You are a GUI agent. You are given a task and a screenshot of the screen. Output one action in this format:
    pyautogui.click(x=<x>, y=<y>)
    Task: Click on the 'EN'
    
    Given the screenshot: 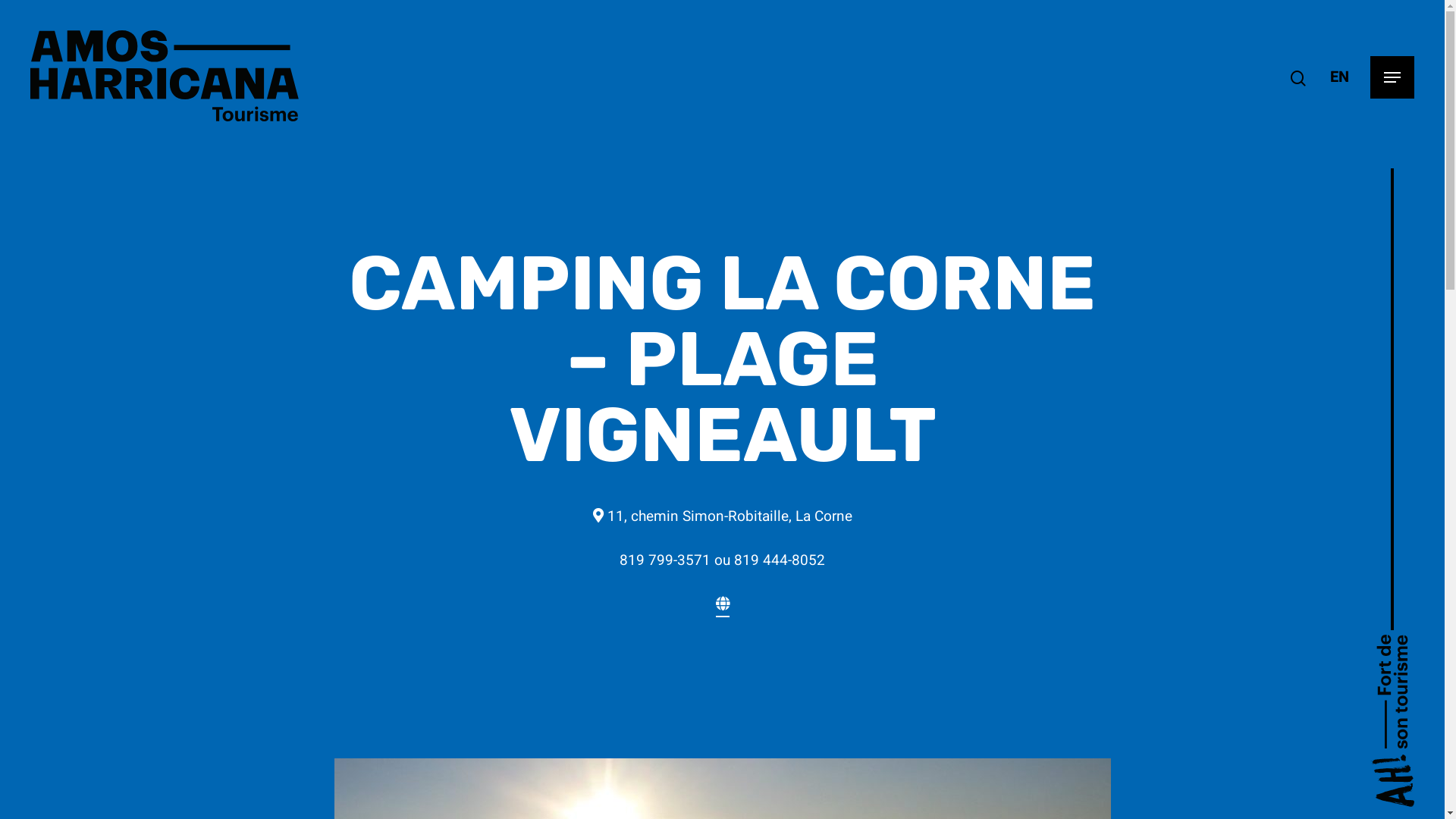 What is the action you would take?
    pyautogui.click(x=1339, y=77)
    